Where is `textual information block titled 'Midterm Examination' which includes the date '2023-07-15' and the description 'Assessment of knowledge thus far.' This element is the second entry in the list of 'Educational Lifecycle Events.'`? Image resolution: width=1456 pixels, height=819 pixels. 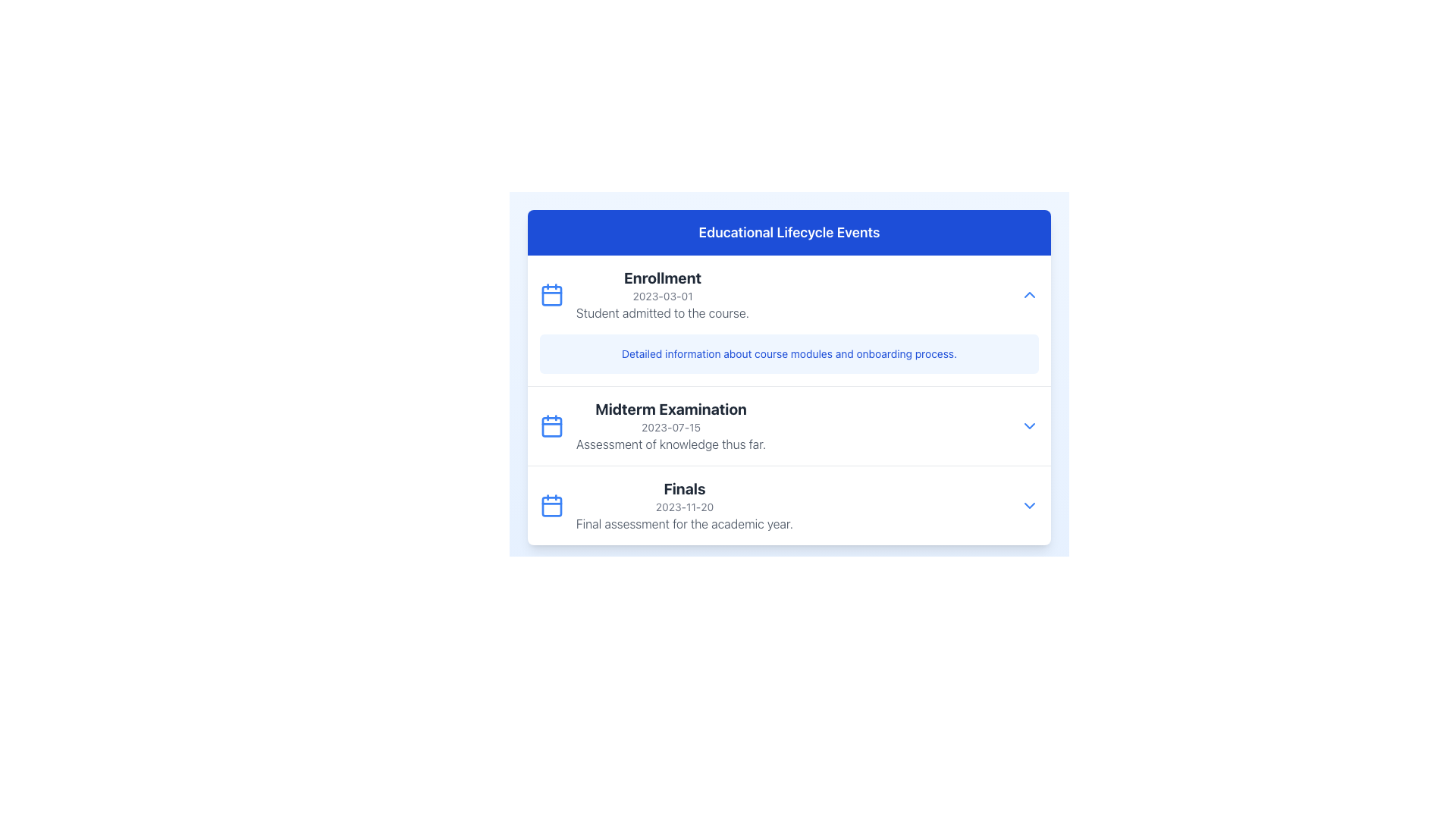
textual information block titled 'Midterm Examination' which includes the date '2023-07-15' and the description 'Assessment of knowledge thus far.' This element is the second entry in the list of 'Educational Lifecycle Events.' is located at coordinates (670, 426).